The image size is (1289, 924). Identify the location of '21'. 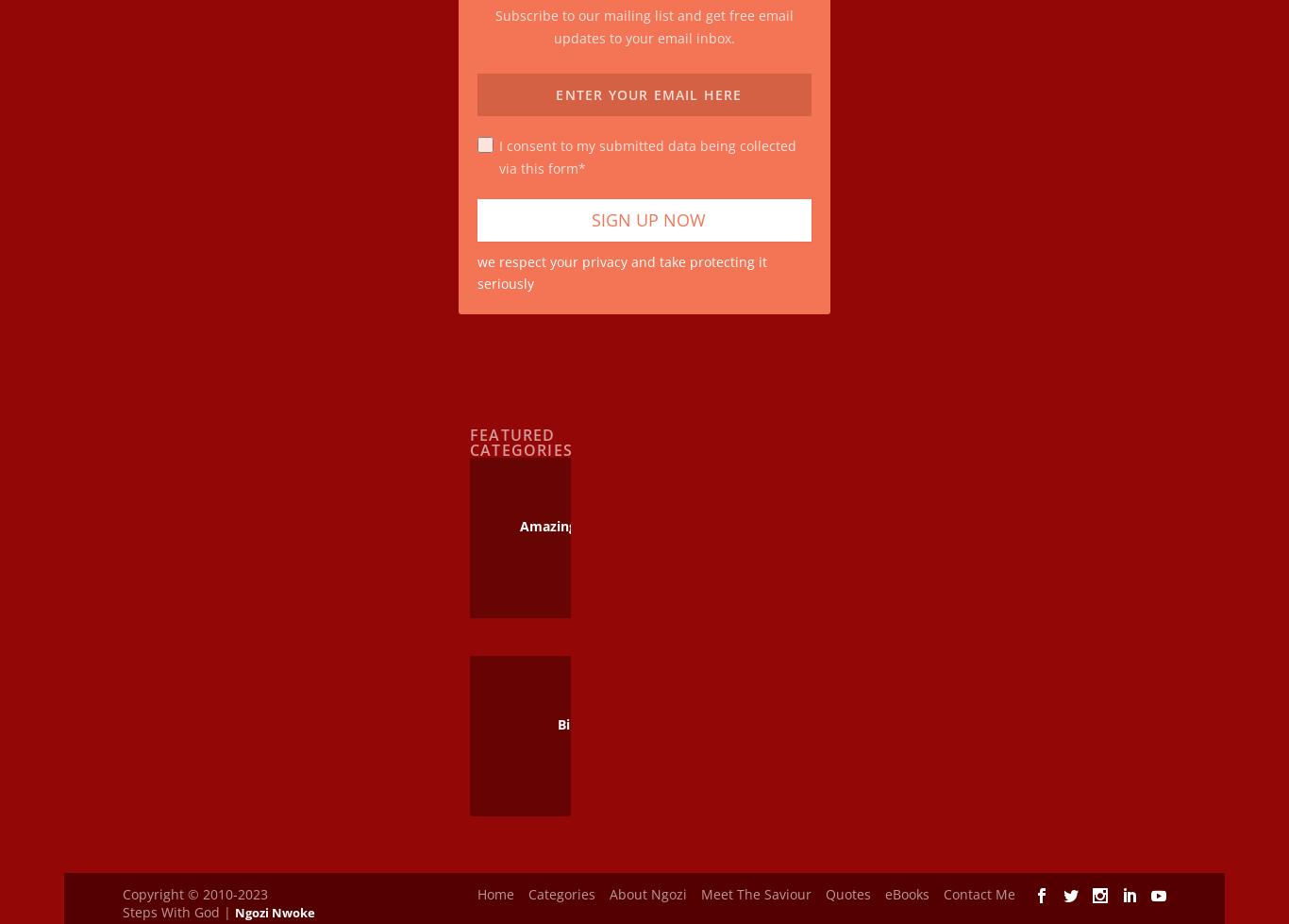
(569, 535).